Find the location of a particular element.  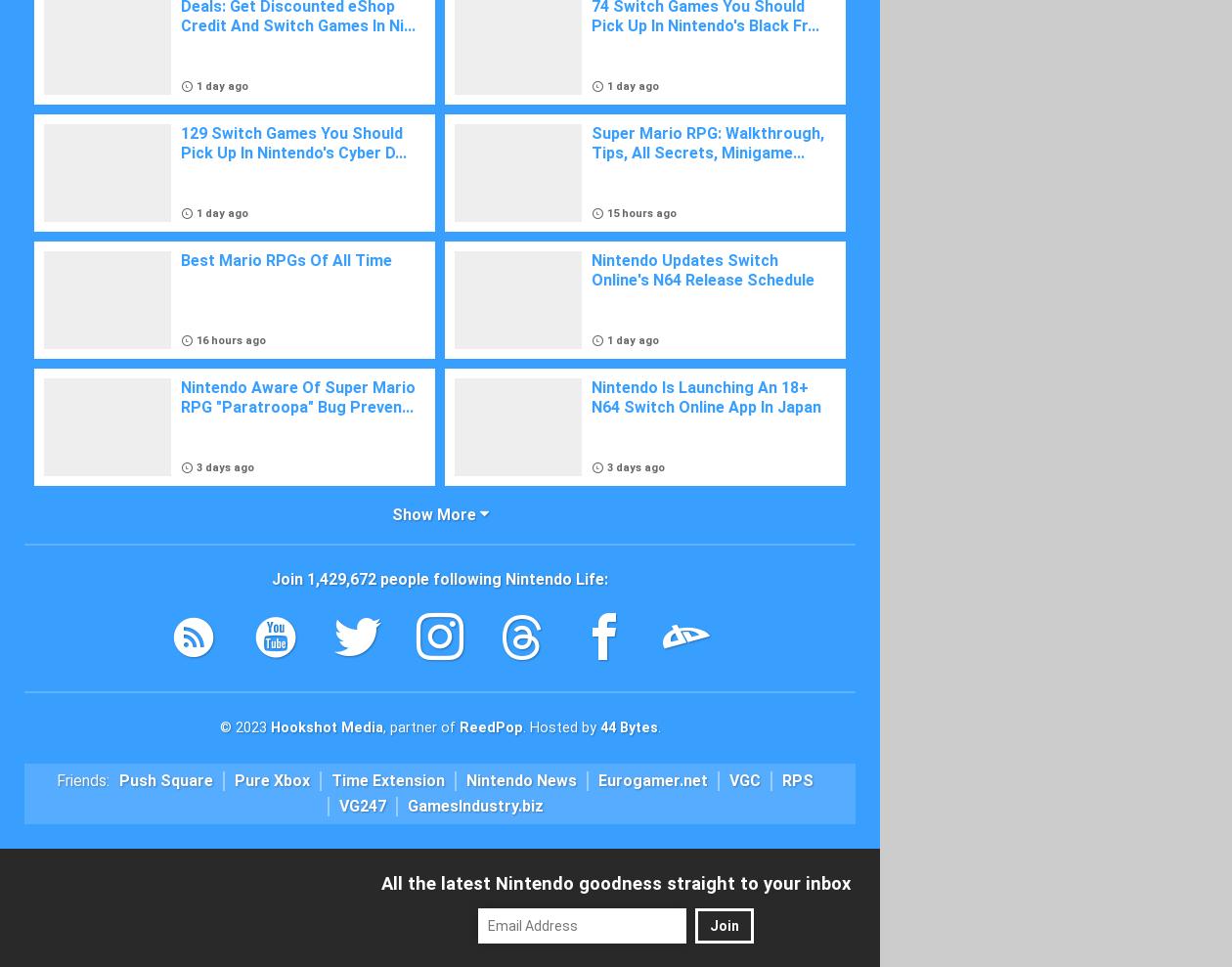

'Join' is located at coordinates (288, 578).